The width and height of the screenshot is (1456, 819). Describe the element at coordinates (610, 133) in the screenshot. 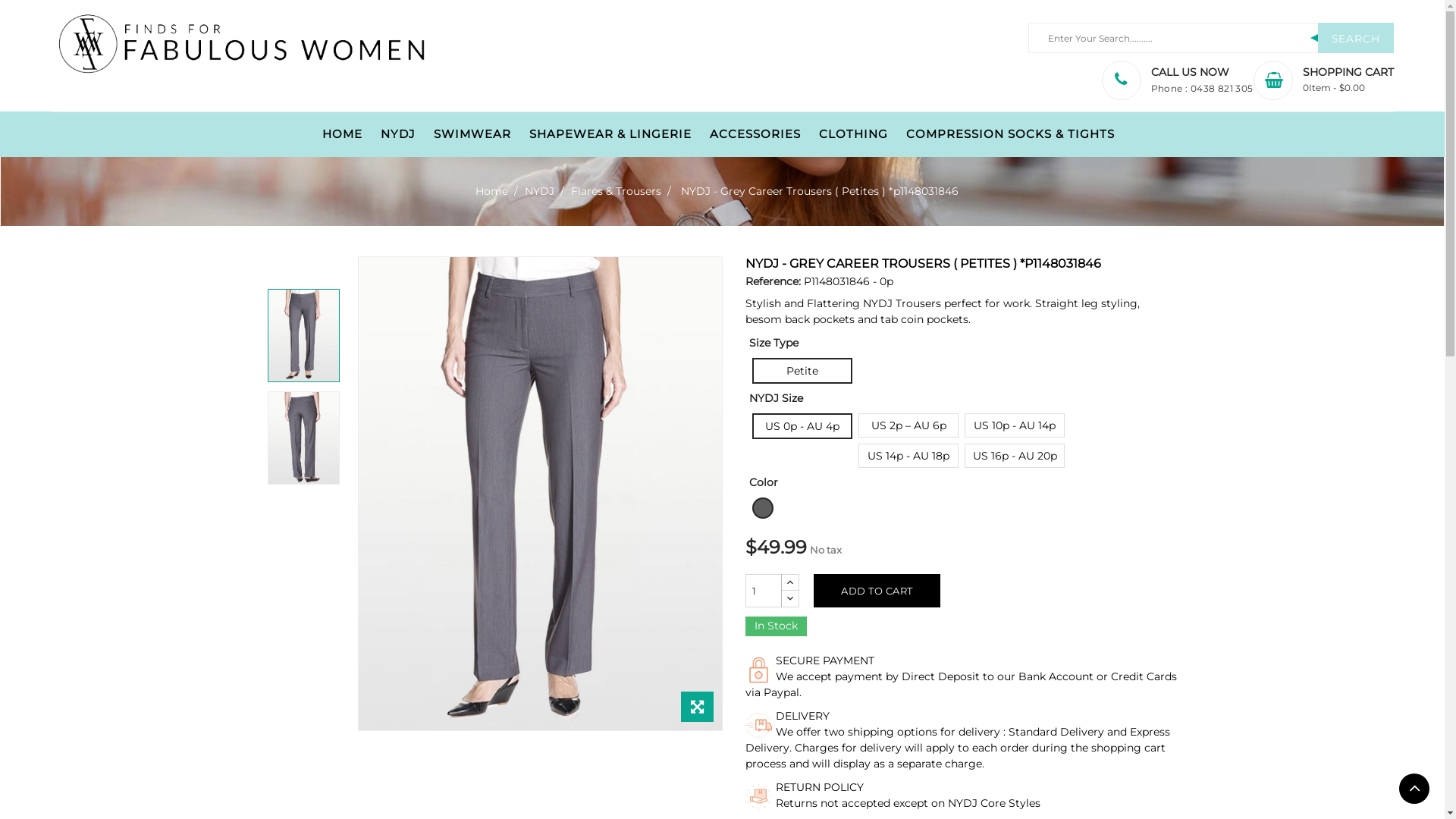

I see `'SHAPEWEAR & LINGERIE'` at that location.